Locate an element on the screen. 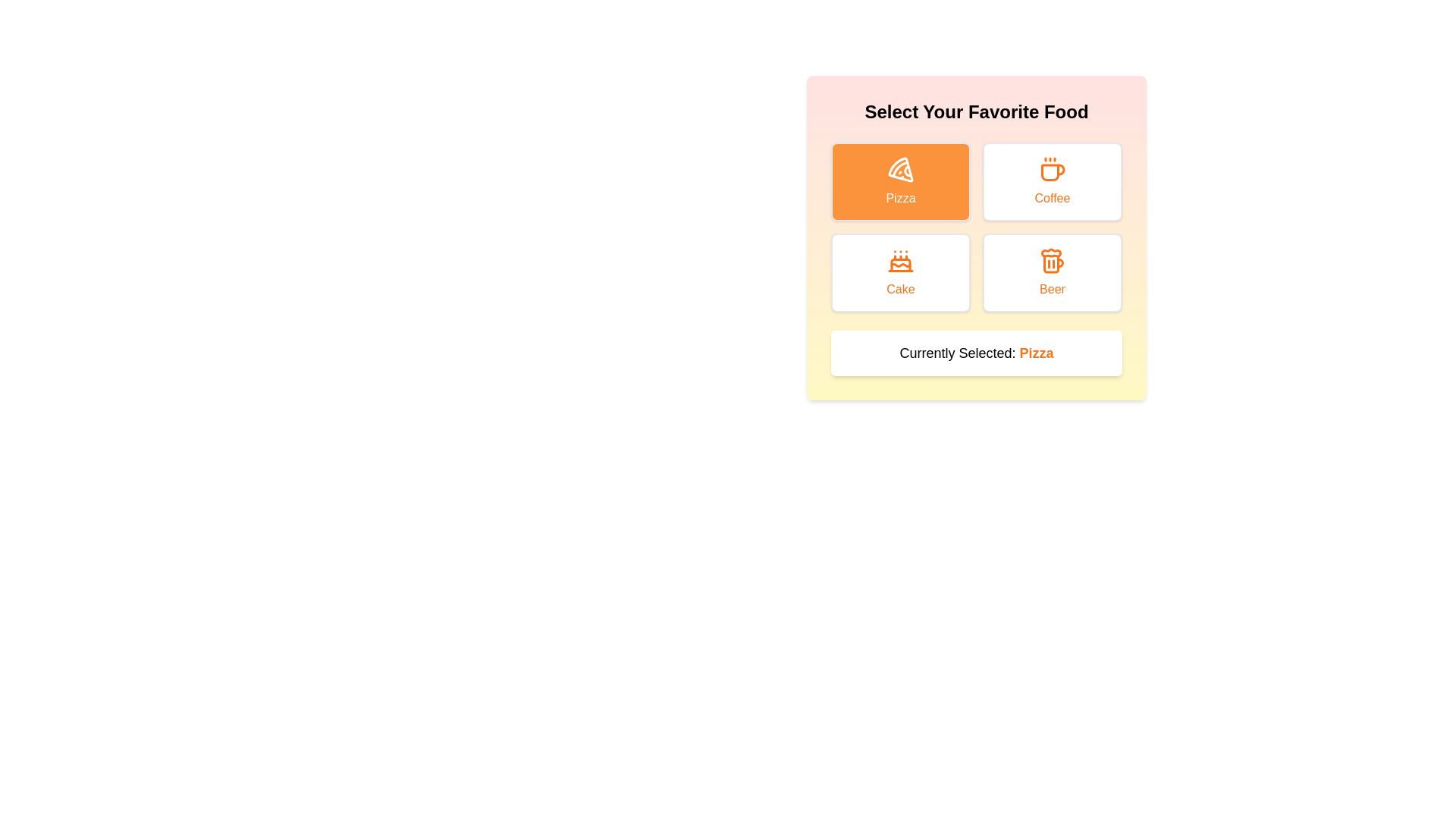 The width and height of the screenshot is (1456, 819). the food item Pizza by clicking its button is located at coordinates (901, 180).